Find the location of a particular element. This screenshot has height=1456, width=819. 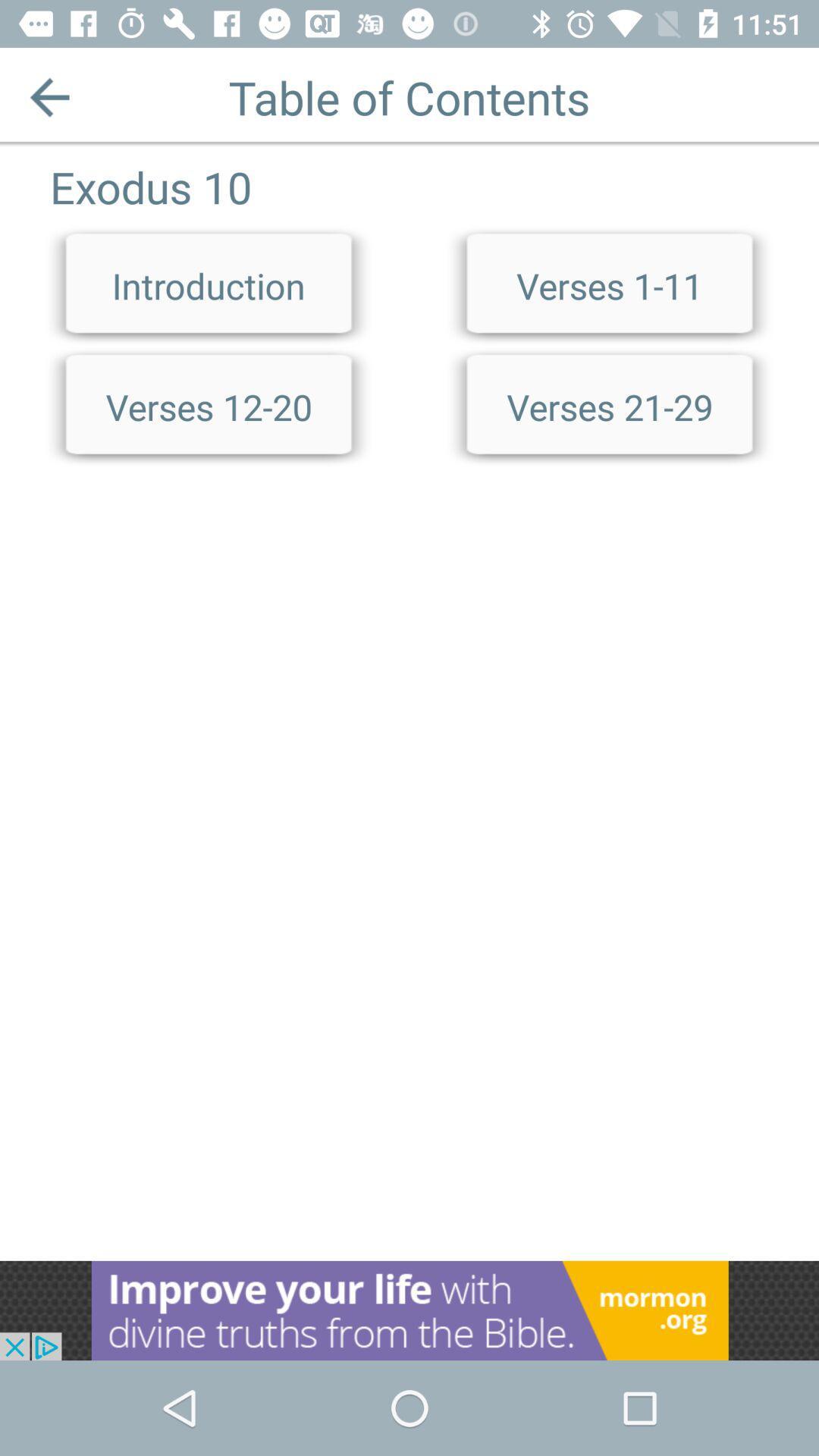

the arrow_backward icon is located at coordinates (49, 96).